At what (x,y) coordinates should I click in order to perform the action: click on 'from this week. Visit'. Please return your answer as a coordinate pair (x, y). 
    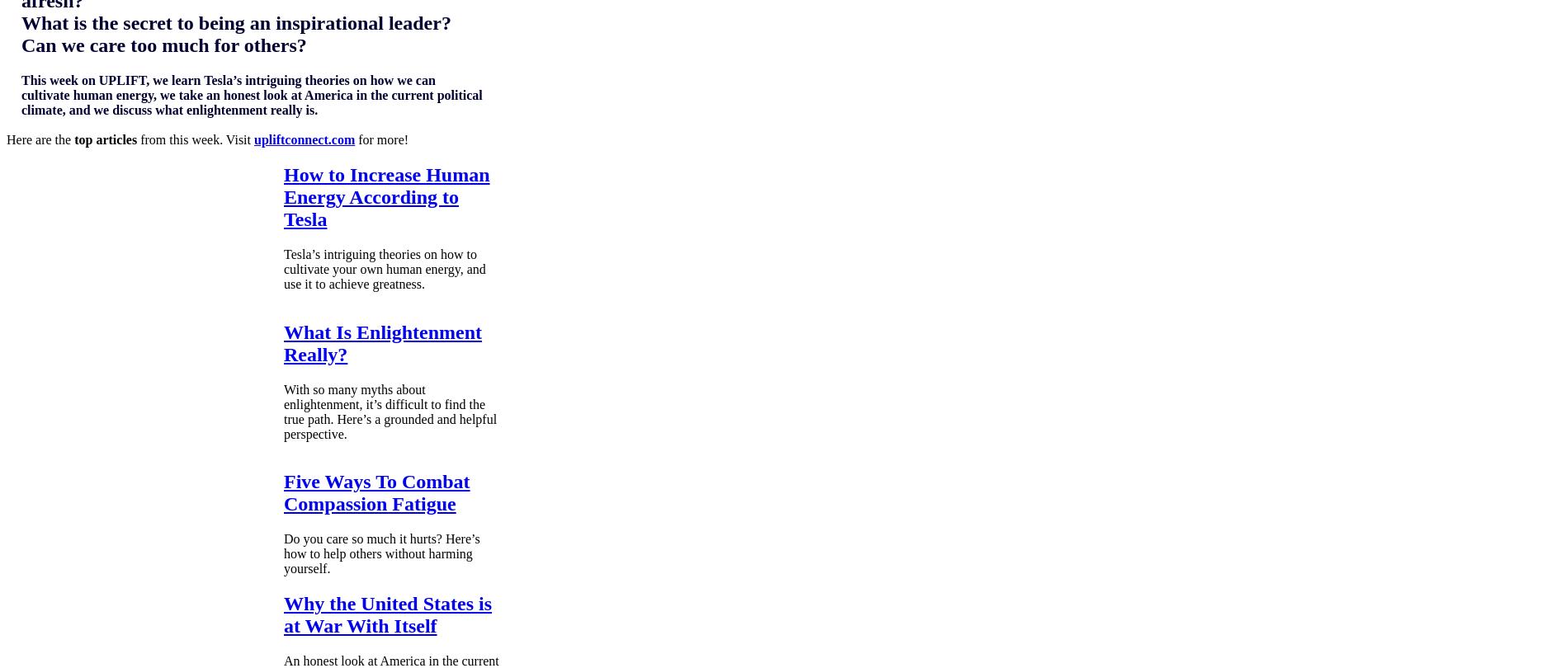
    Looking at the image, I should click on (137, 139).